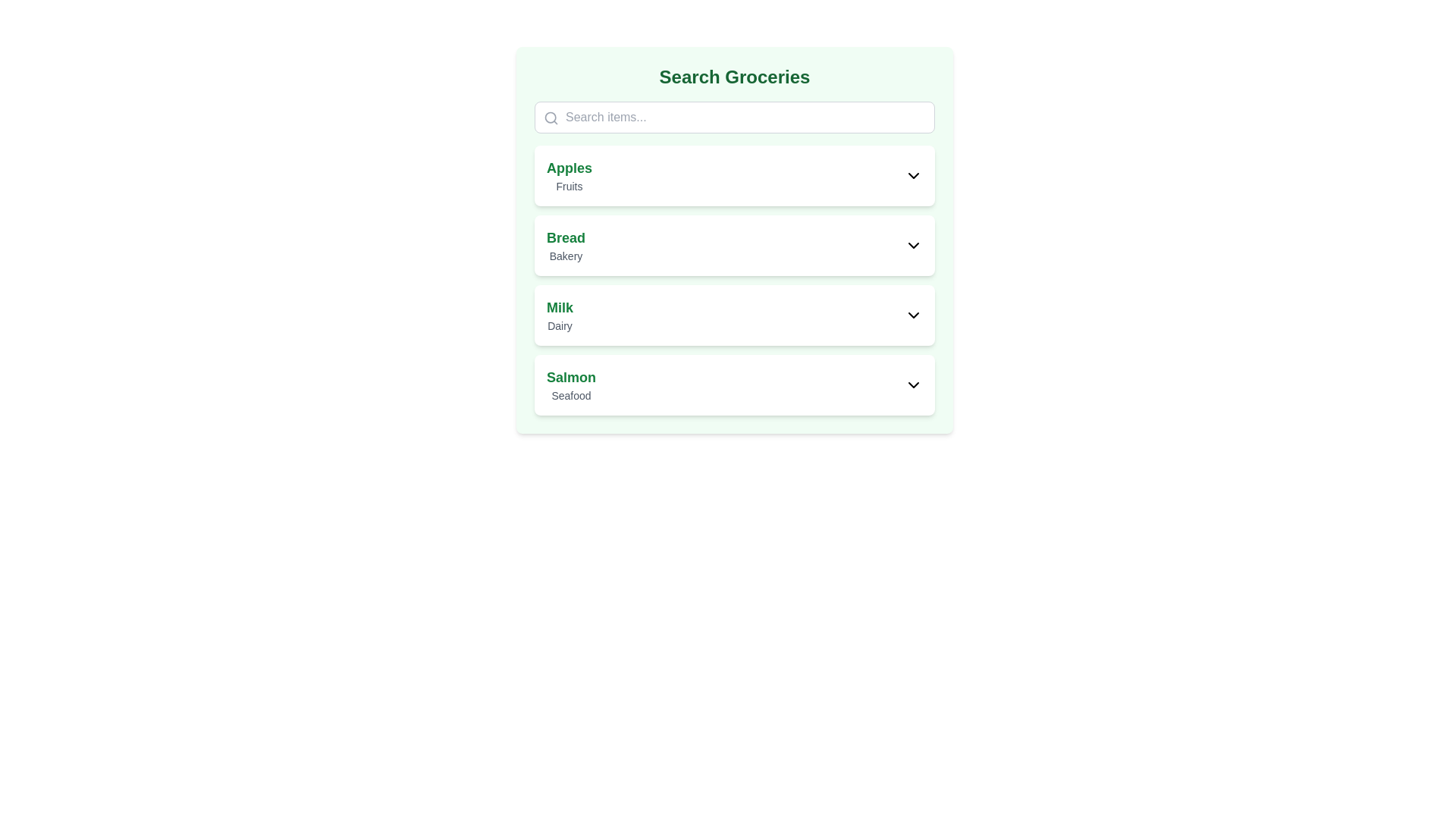  What do you see at coordinates (559, 325) in the screenshot?
I see `the Text Label providing additional descriptive information about the Milk category, which is located as the second line within the Milk card, the third item in the grocery options list` at bounding box center [559, 325].